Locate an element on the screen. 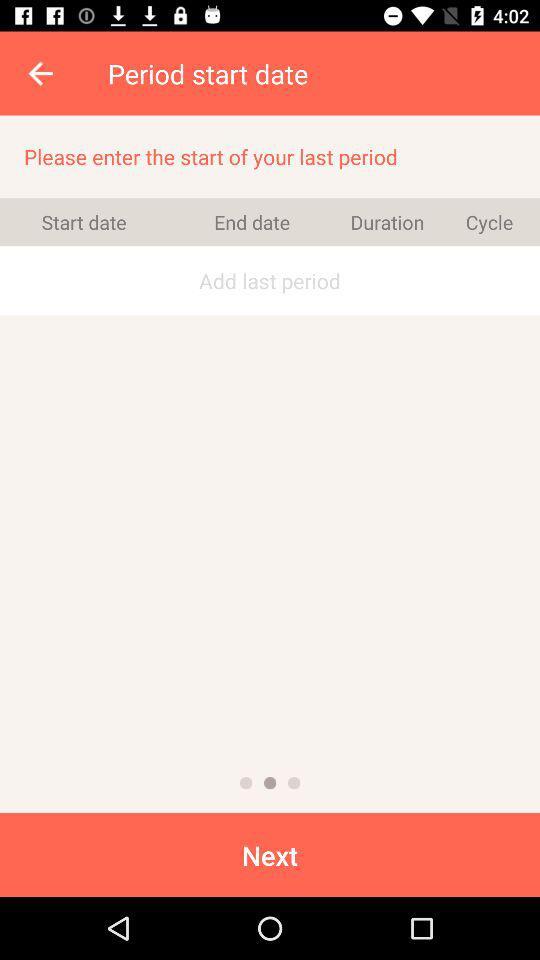  go back is located at coordinates (42, 73).